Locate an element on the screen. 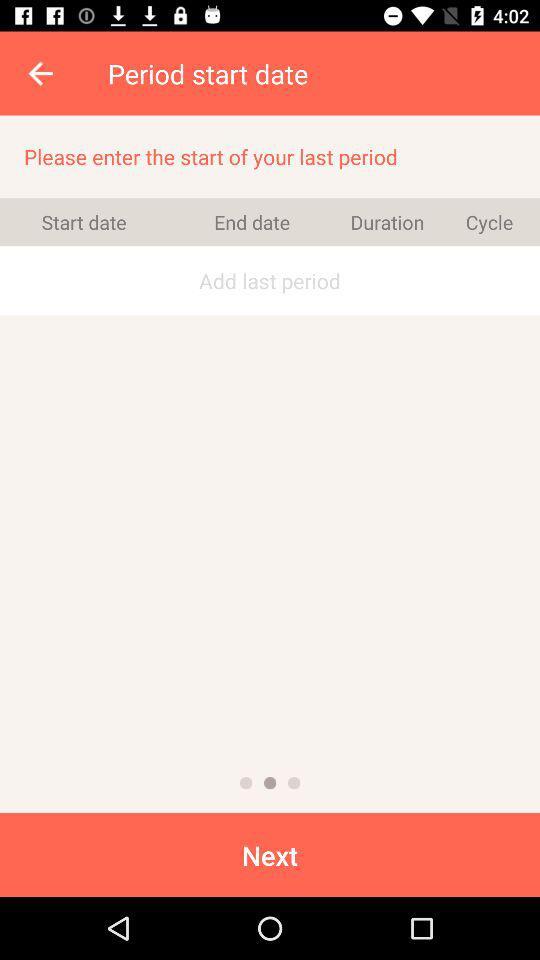  go back is located at coordinates (42, 73).